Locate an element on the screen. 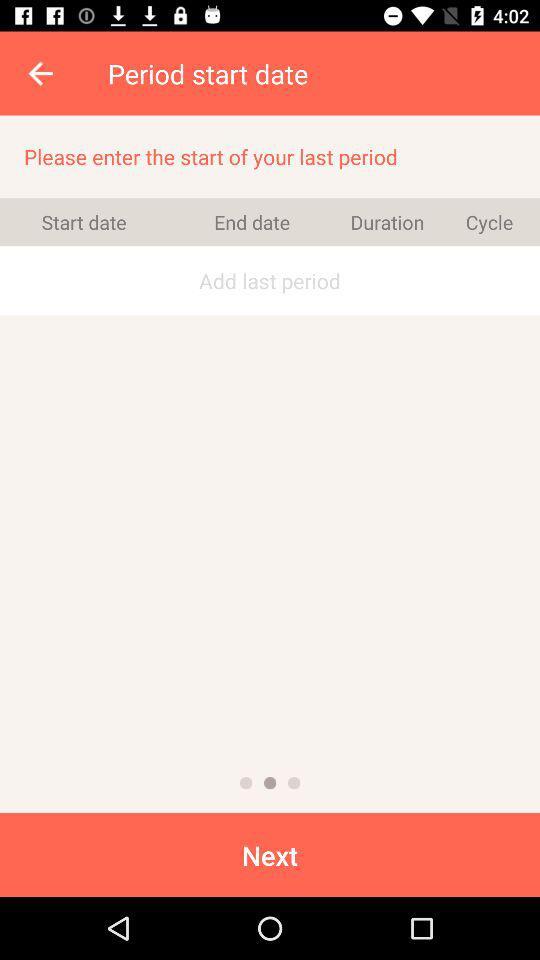  go back is located at coordinates (42, 73).